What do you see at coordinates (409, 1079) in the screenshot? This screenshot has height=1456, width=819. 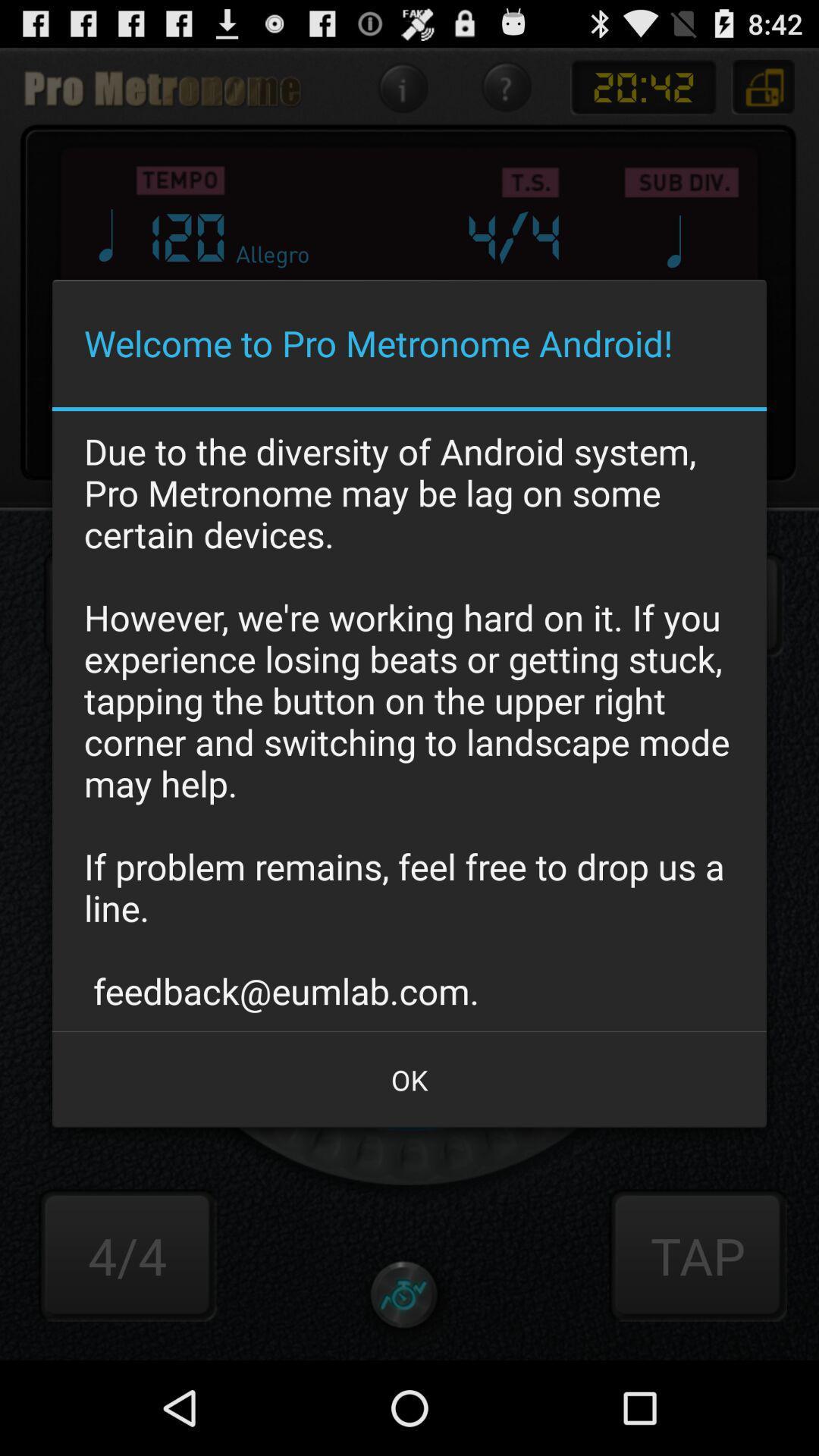 I see `the ok icon` at bounding box center [409, 1079].